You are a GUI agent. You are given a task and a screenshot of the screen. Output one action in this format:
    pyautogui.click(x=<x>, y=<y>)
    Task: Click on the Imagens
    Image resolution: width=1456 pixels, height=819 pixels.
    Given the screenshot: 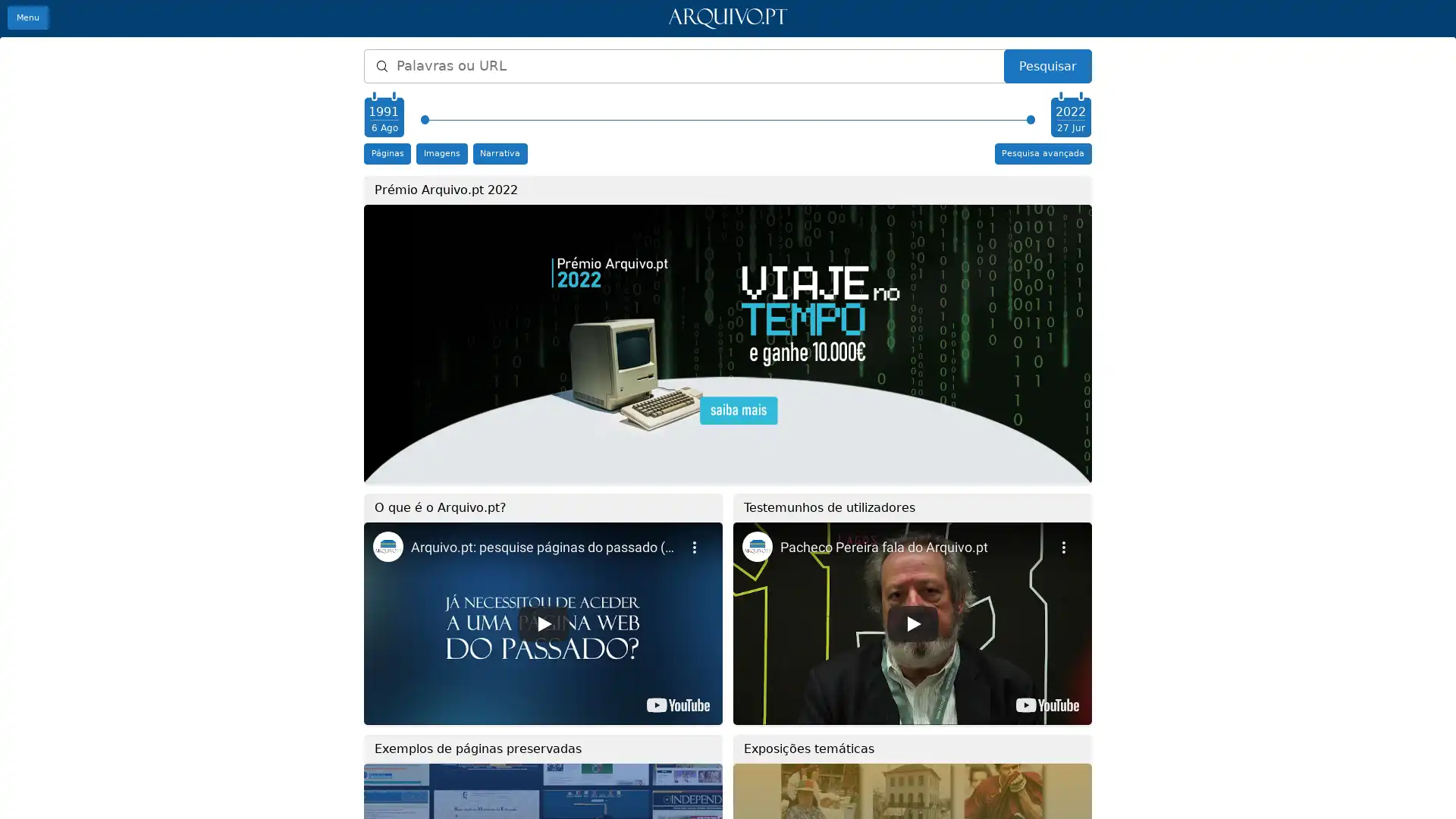 What is the action you would take?
    pyautogui.click(x=441, y=153)
    